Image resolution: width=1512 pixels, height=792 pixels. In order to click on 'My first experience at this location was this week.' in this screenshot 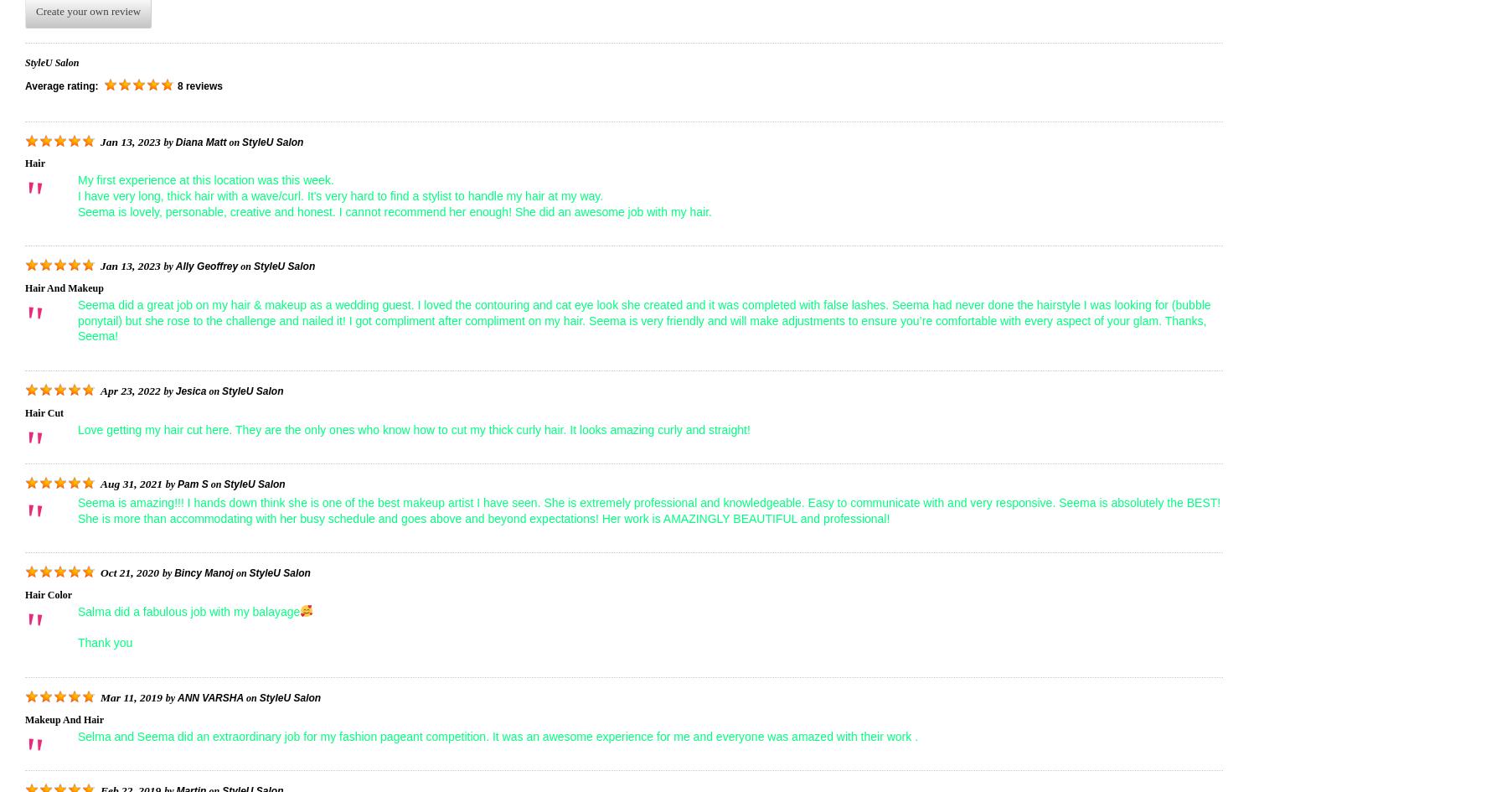, I will do `click(204, 179)`.